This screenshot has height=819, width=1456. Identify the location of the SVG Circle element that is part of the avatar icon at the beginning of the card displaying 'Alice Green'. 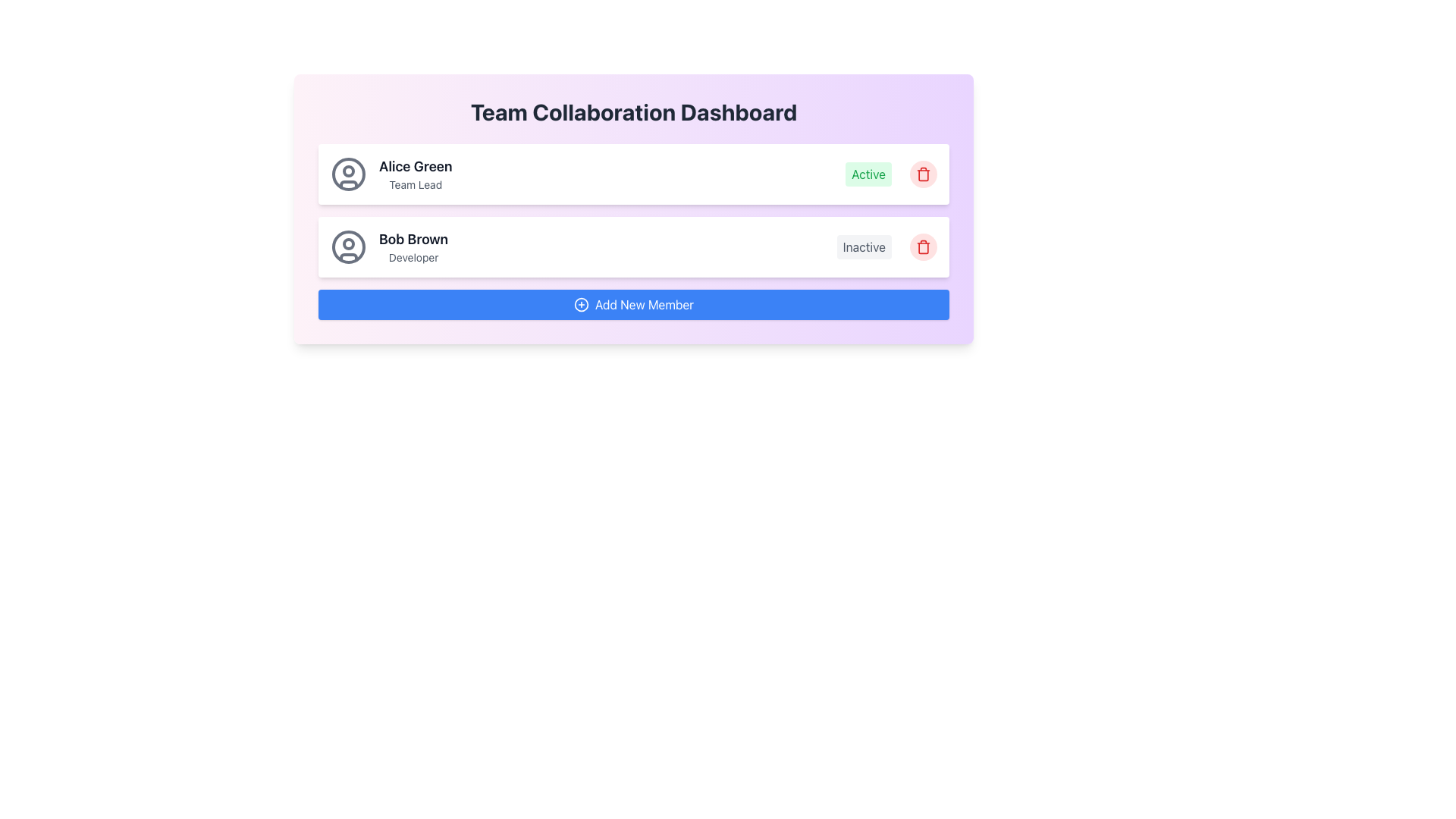
(348, 174).